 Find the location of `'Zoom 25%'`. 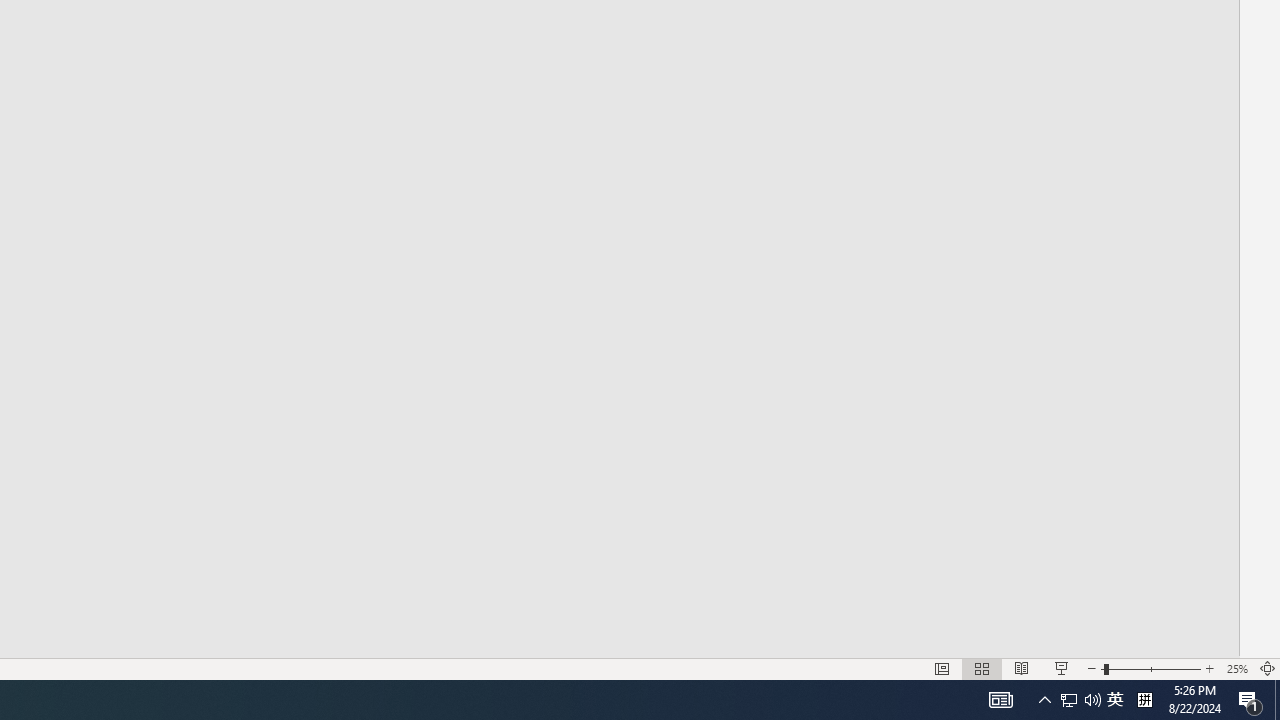

'Zoom 25%' is located at coordinates (1236, 669).